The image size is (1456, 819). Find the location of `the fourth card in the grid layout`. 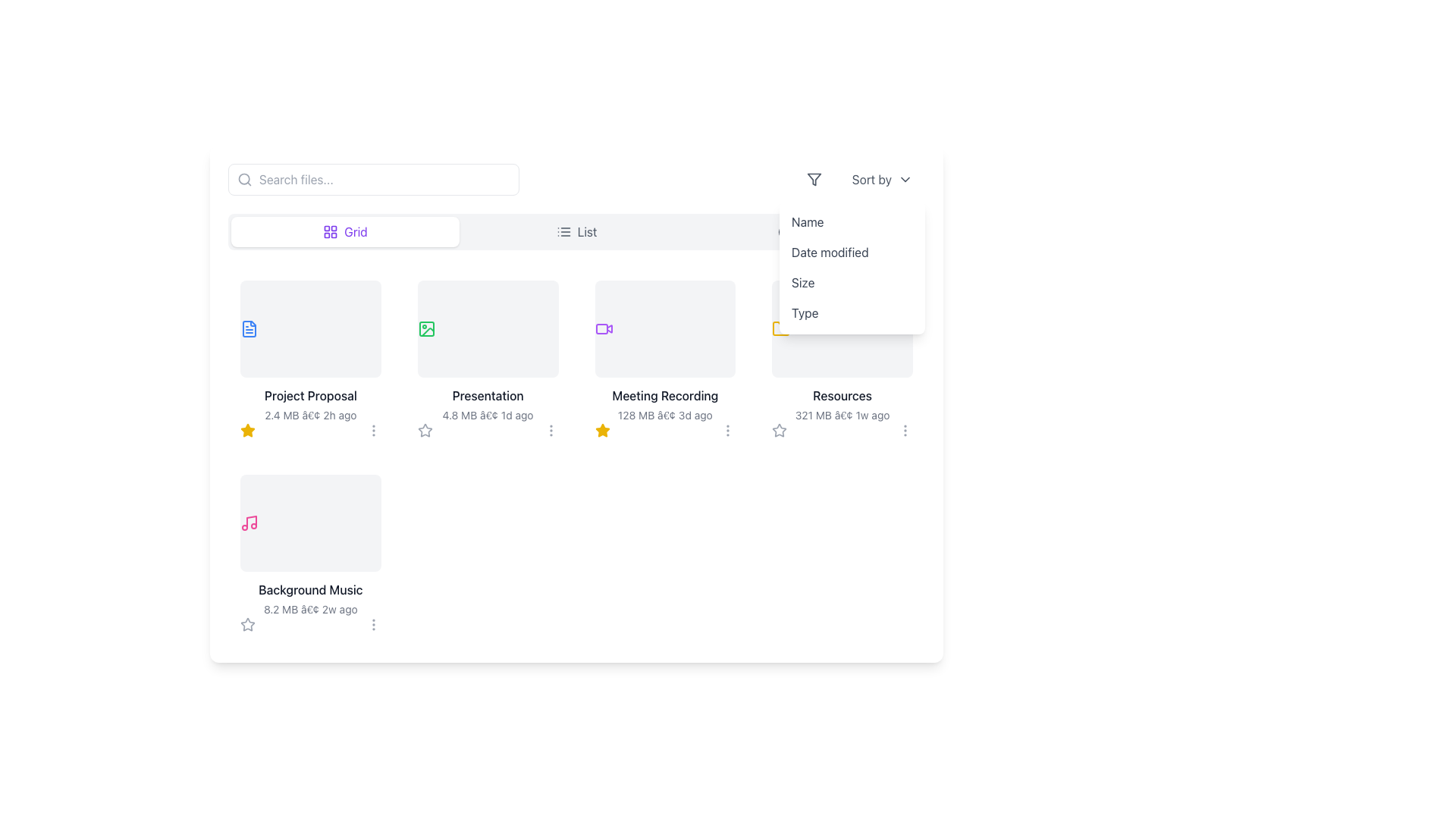

the fourth card in the grid layout is located at coordinates (842, 359).